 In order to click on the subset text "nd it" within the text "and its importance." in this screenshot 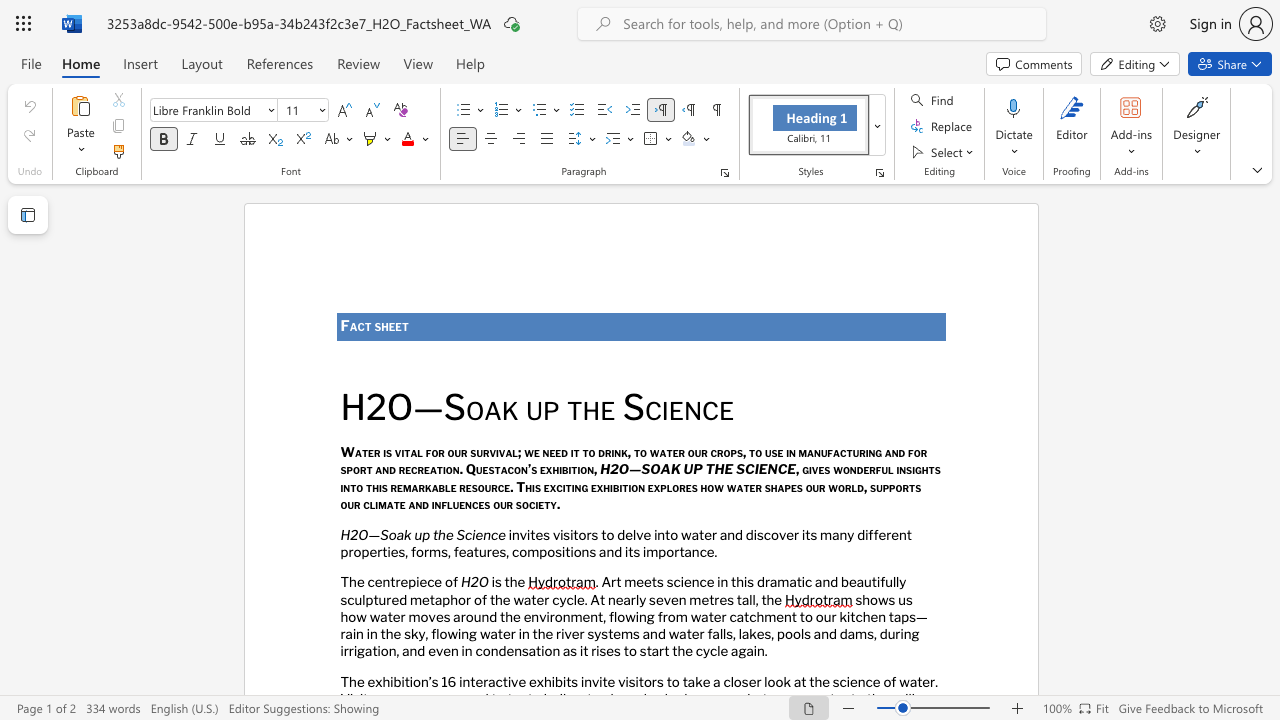, I will do `click(605, 551)`.